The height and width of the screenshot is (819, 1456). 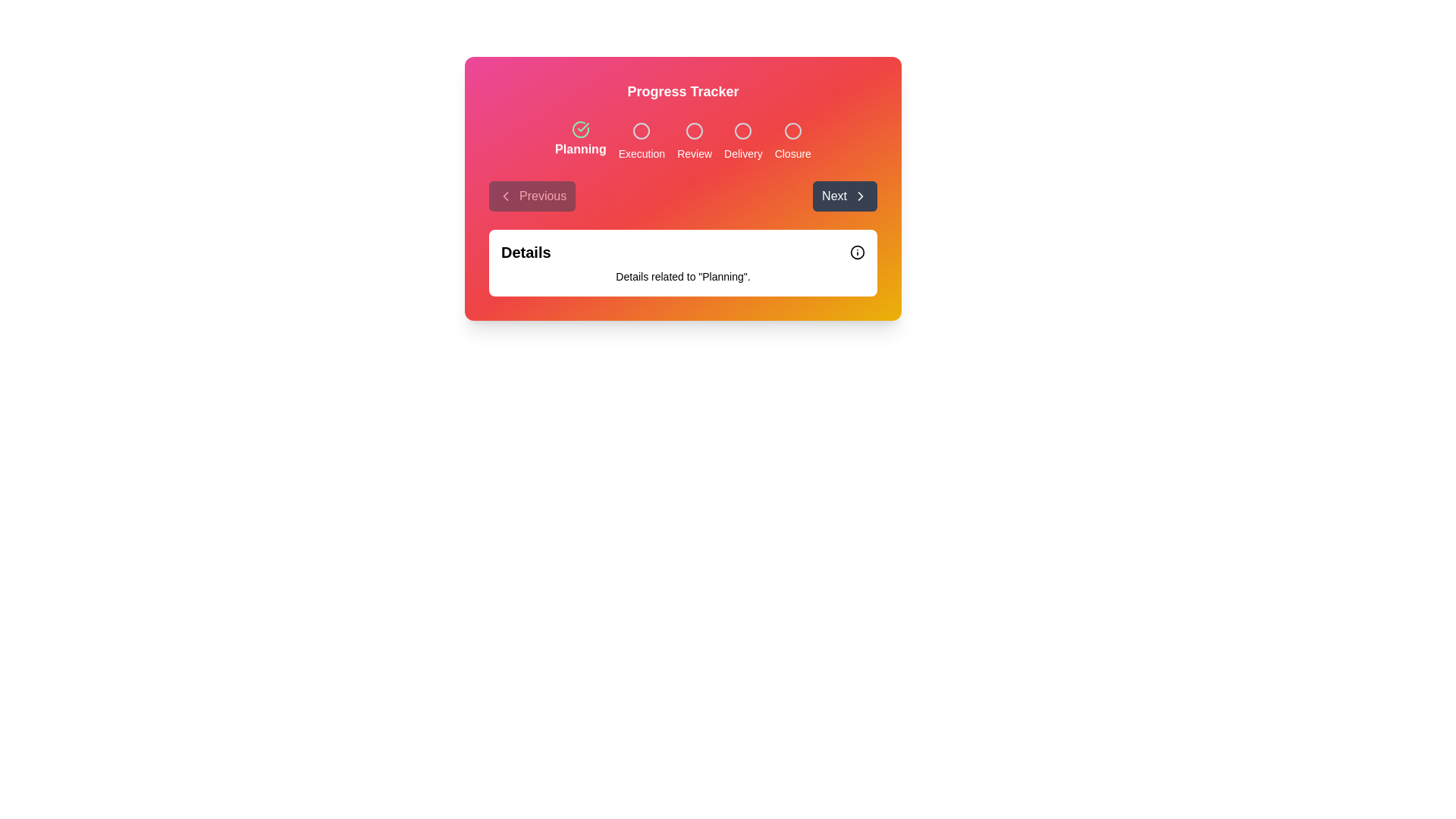 What do you see at coordinates (792, 154) in the screenshot?
I see `the 'Closure' label, which is a small gray text component located at the last step of a progress tracker interface, positioned below the current step circle icon` at bounding box center [792, 154].